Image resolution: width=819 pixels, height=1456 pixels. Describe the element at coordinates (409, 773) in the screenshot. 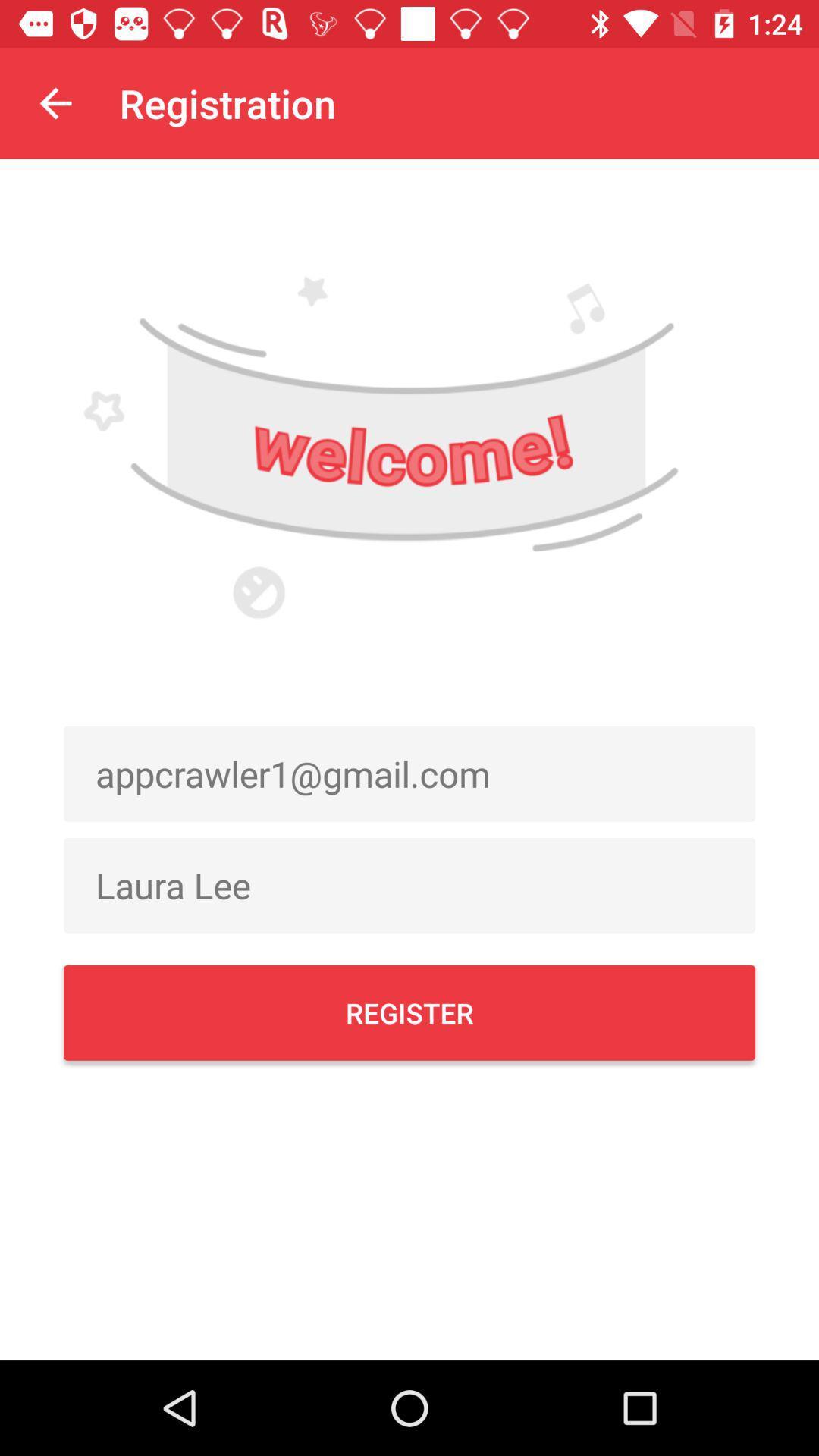

I see `the item above laura lee icon` at that location.